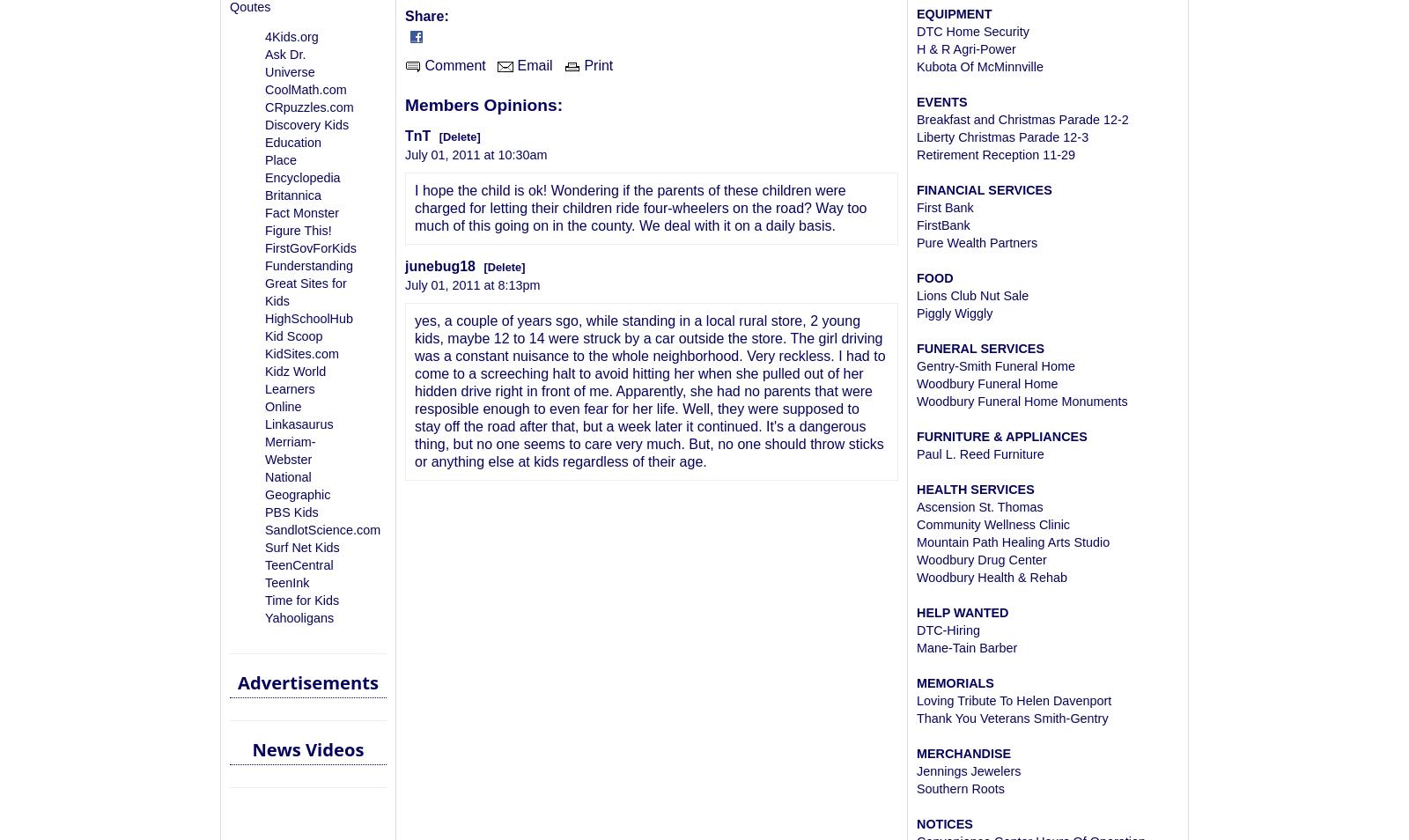 Image resolution: width=1409 pixels, height=840 pixels. Describe the element at coordinates (1012, 718) in the screenshot. I see `'Thank You Veterans Smith-Gentry'` at that location.